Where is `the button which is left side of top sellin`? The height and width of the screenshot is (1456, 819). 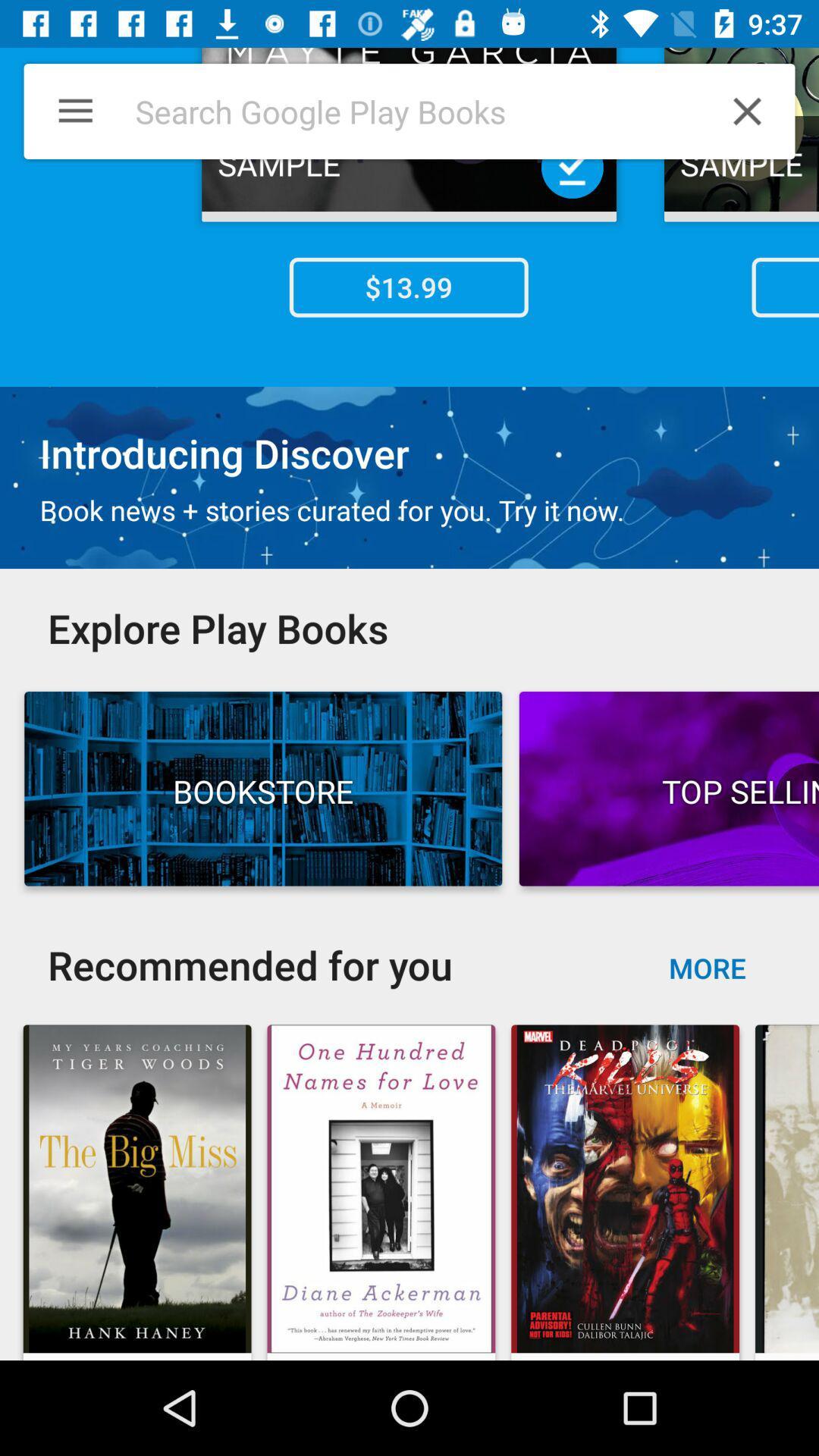 the button which is left side of top sellin is located at coordinates (262, 789).